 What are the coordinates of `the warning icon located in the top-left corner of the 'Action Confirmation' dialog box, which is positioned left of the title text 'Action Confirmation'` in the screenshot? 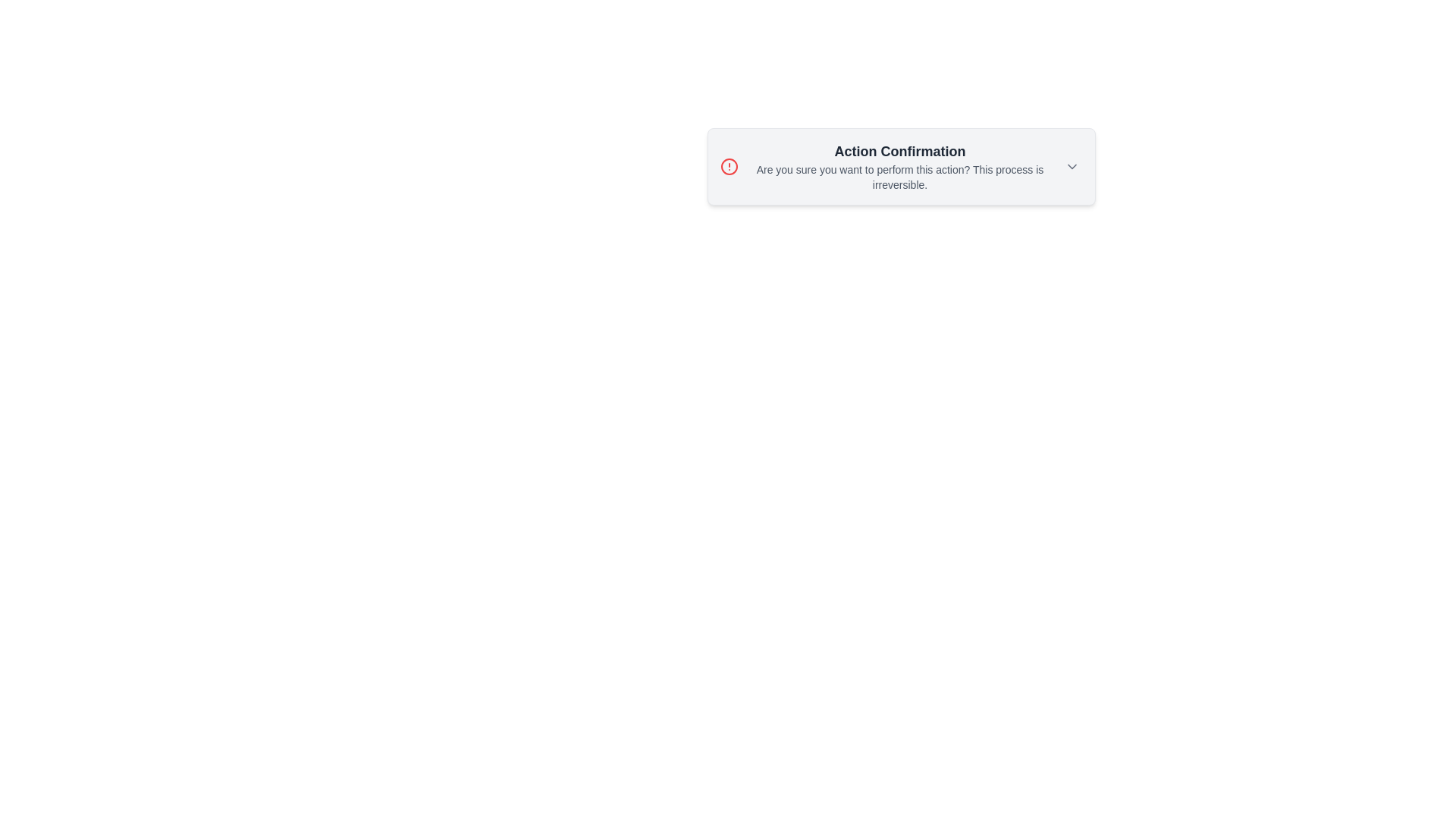 It's located at (729, 166).